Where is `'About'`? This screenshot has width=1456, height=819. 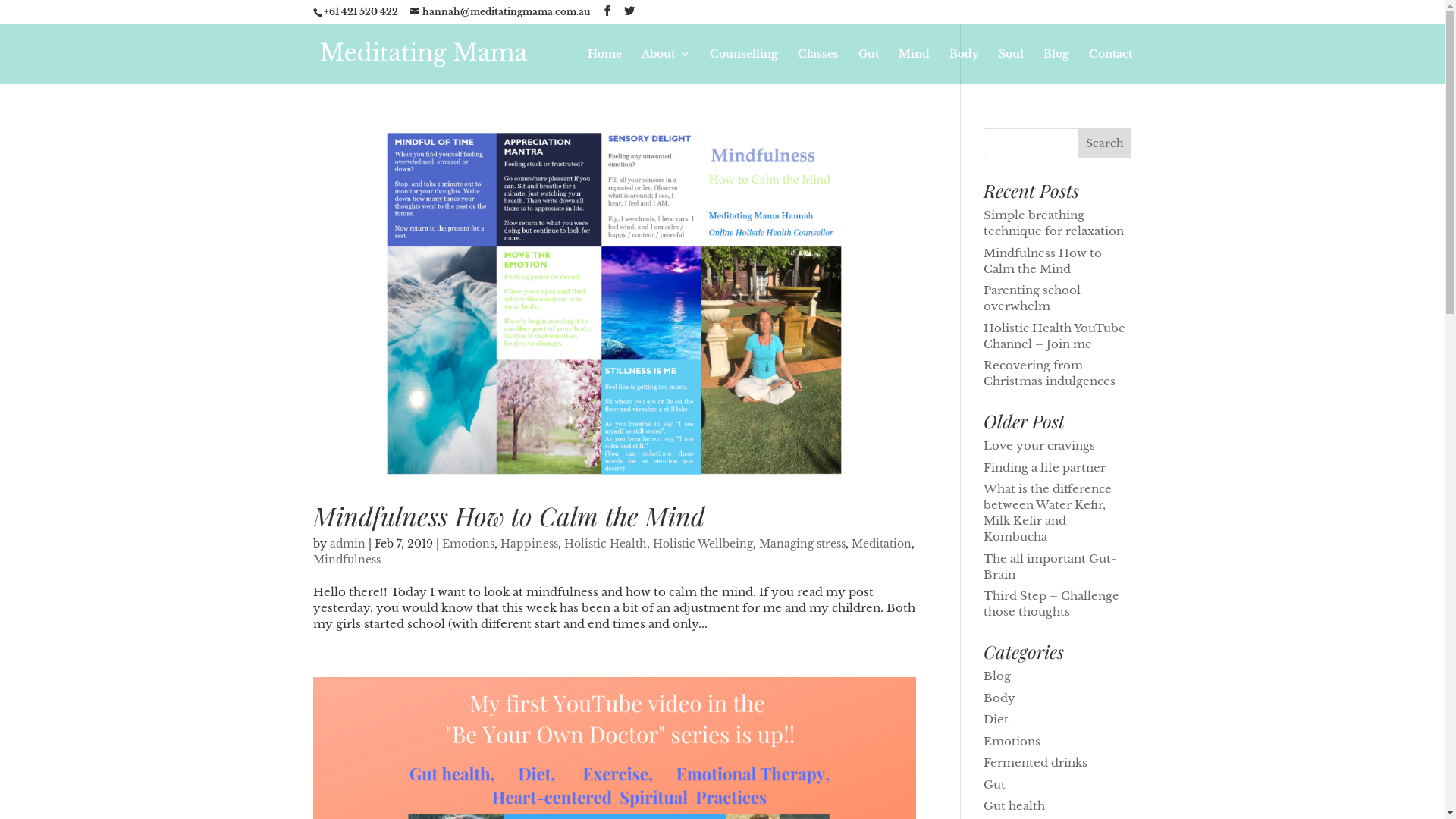
'About' is located at coordinates (666, 65).